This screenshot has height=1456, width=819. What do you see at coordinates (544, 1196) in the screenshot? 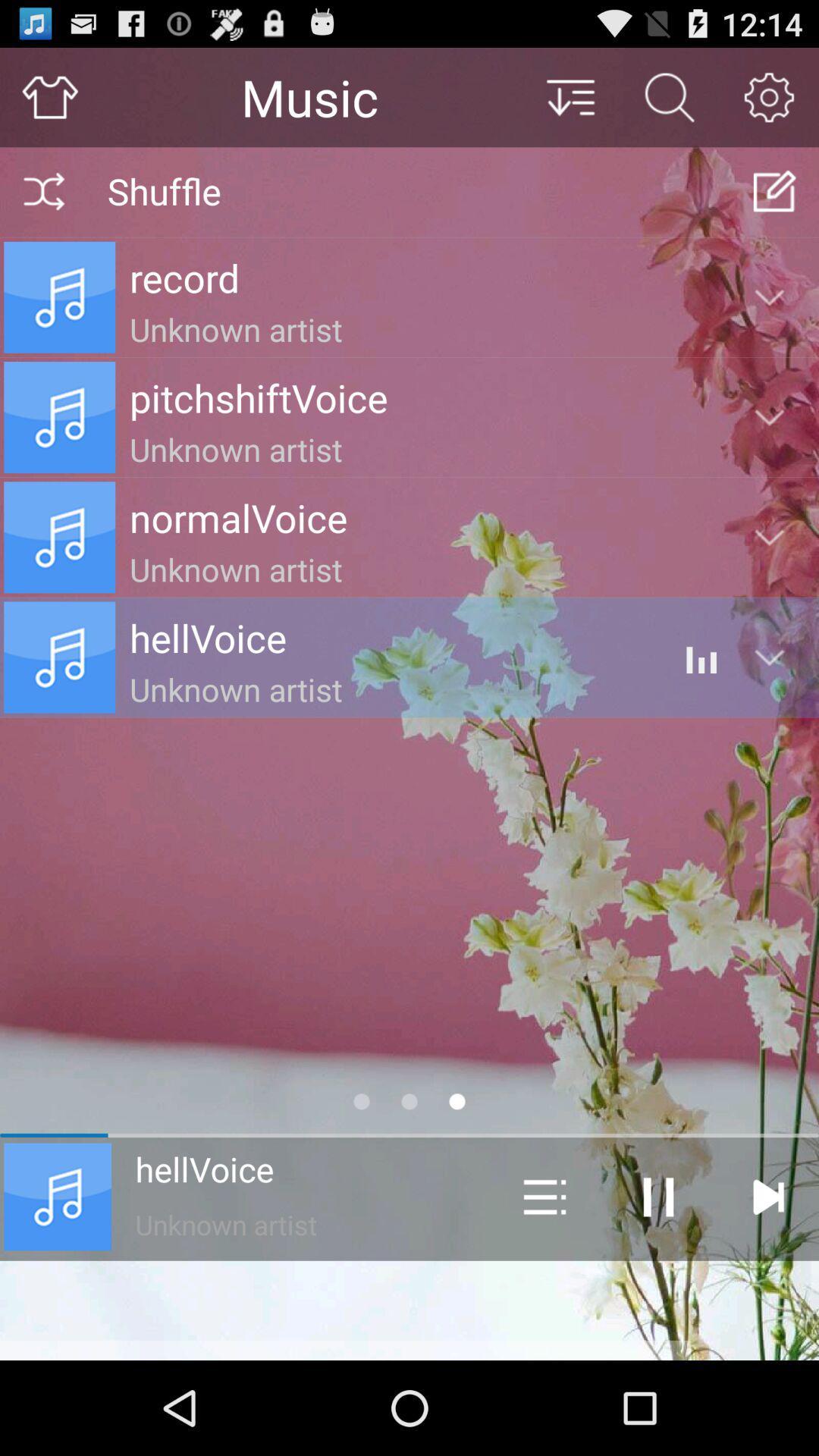
I see `the item to the right of the hellvoice icon` at bounding box center [544, 1196].